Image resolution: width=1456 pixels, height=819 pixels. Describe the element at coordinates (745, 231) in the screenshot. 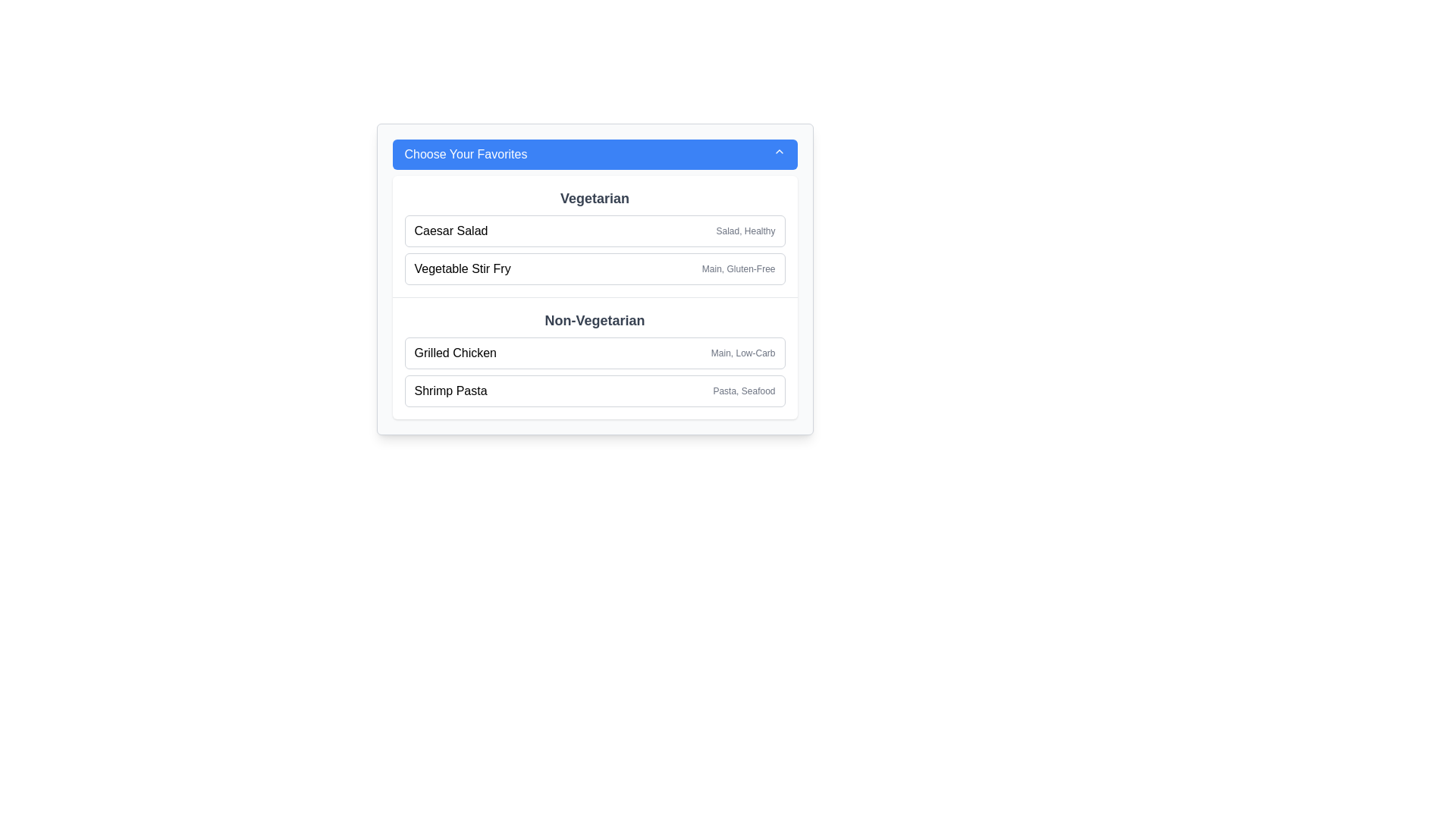

I see `the text label that says 'Salad, Healthy', which is styled in a small font size and gray color, located to the right of 'Caesar Salad' in the Vegetarian section card` at that location.